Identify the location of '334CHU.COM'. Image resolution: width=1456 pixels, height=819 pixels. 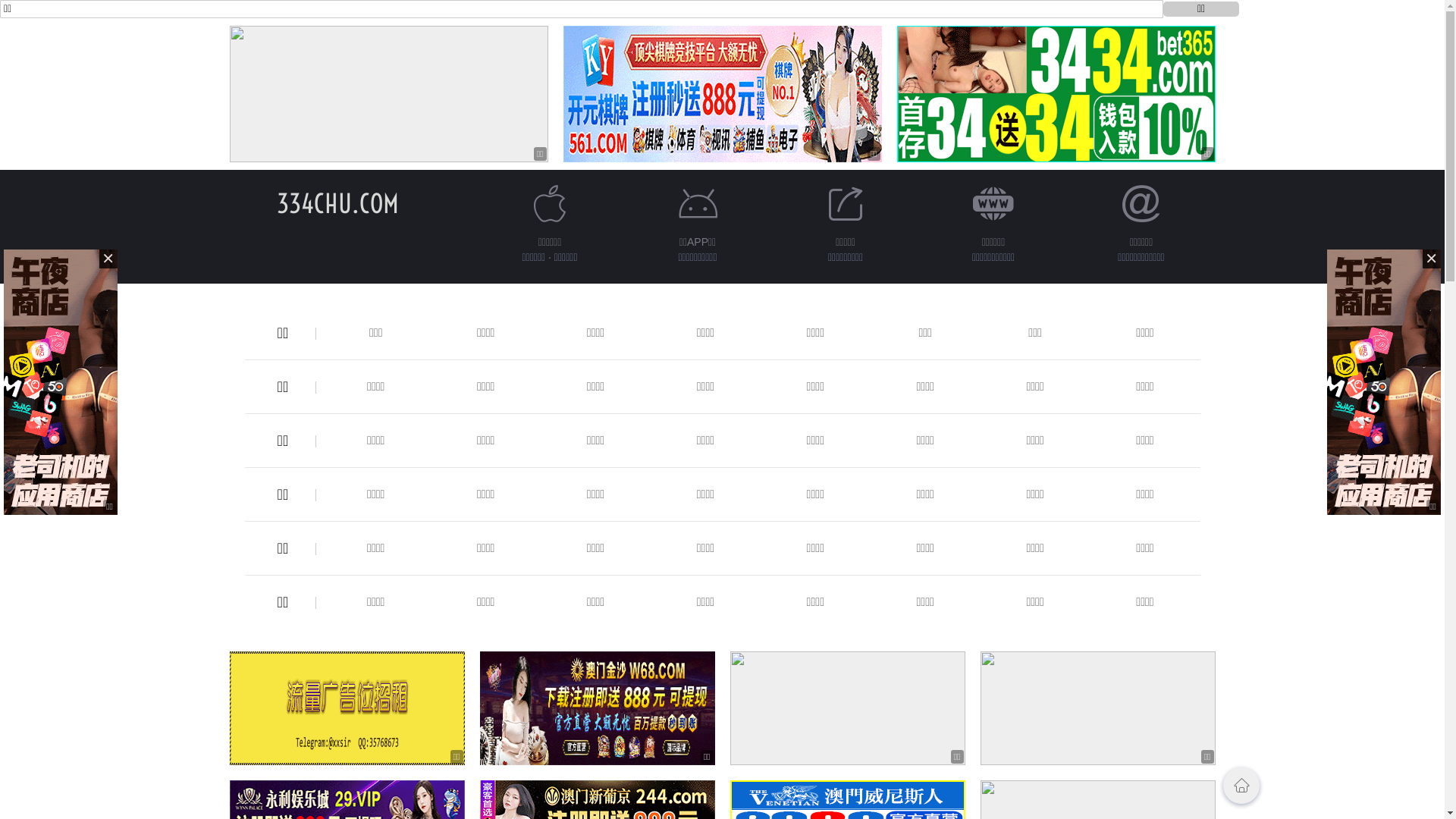
(337, 202).